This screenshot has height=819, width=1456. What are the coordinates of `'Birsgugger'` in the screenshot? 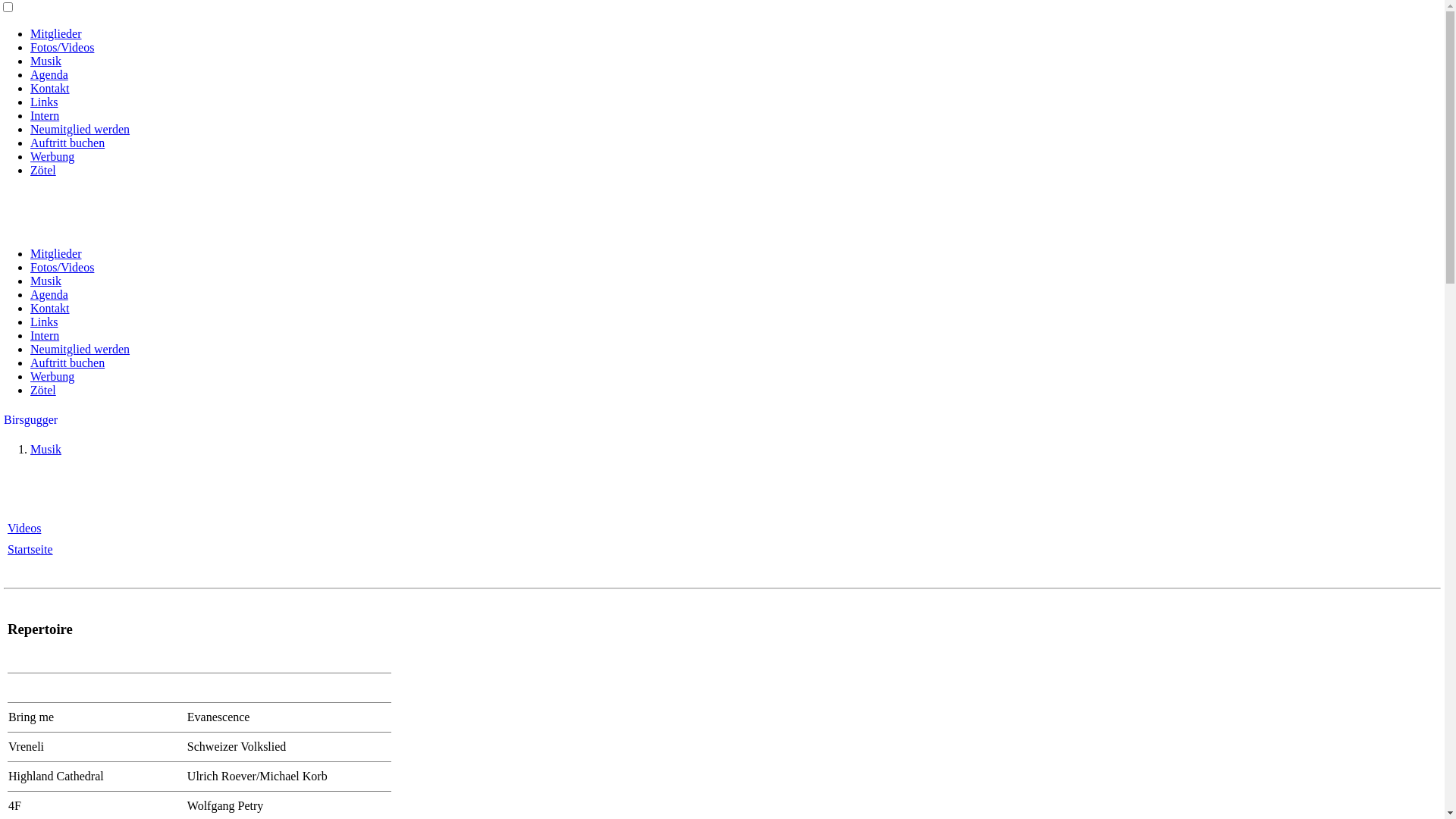 It's located at (30, 419).